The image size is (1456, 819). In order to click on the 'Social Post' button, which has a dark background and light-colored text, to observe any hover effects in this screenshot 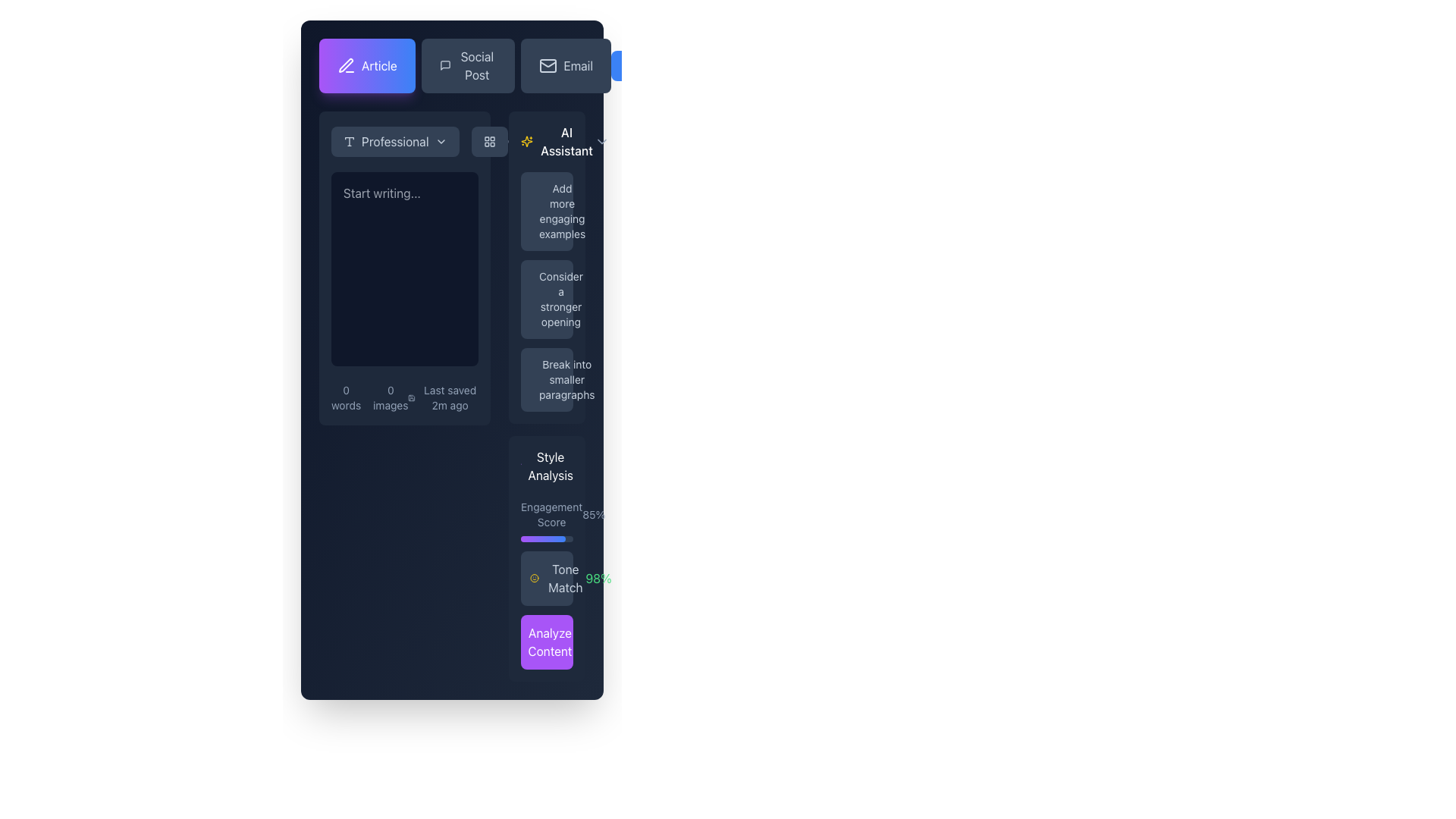, I will do `click(464, 65)`.